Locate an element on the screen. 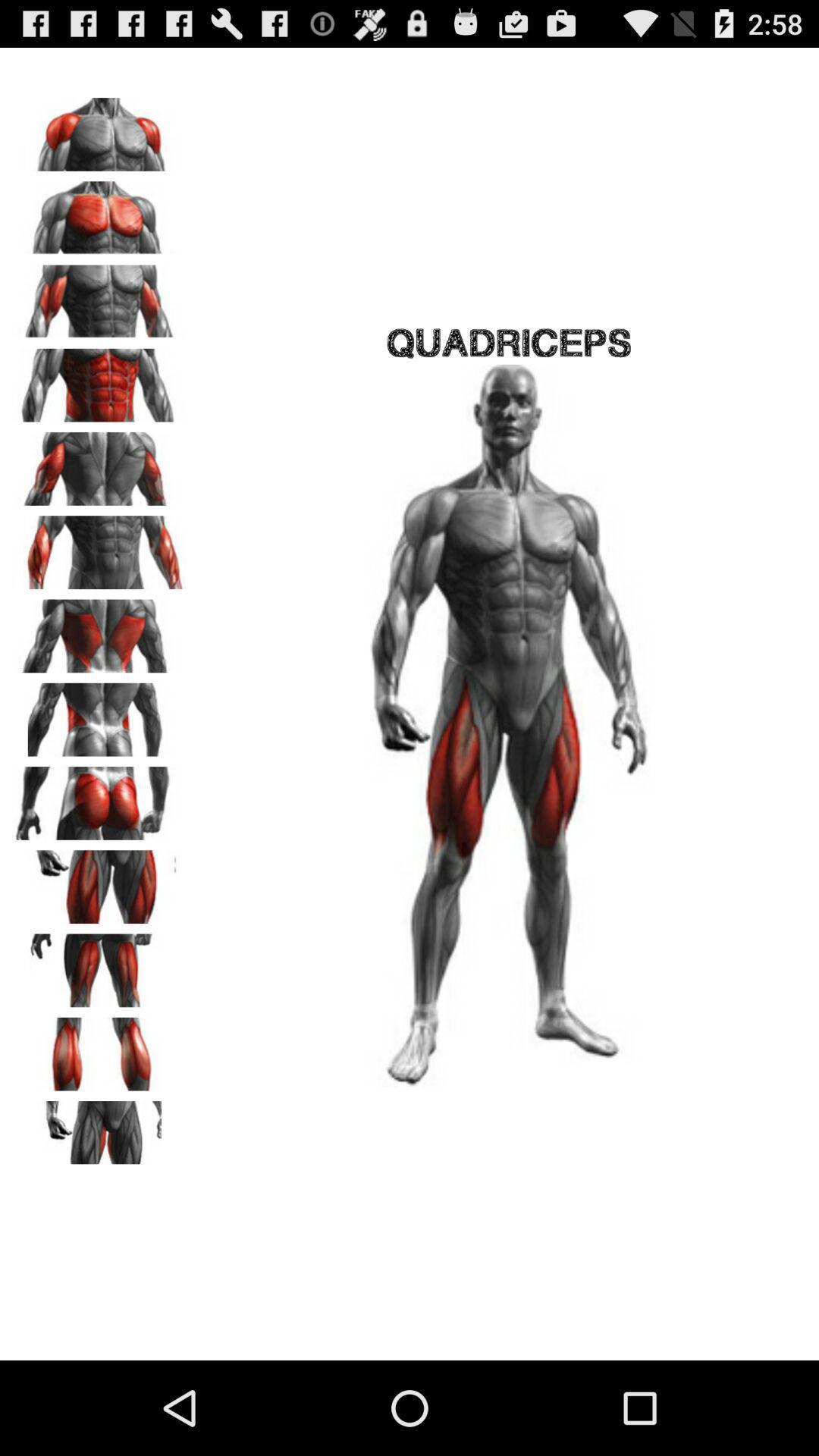 The height and width of the screenshot is (1456, 819). photo is located at coordinates (99, 1048).